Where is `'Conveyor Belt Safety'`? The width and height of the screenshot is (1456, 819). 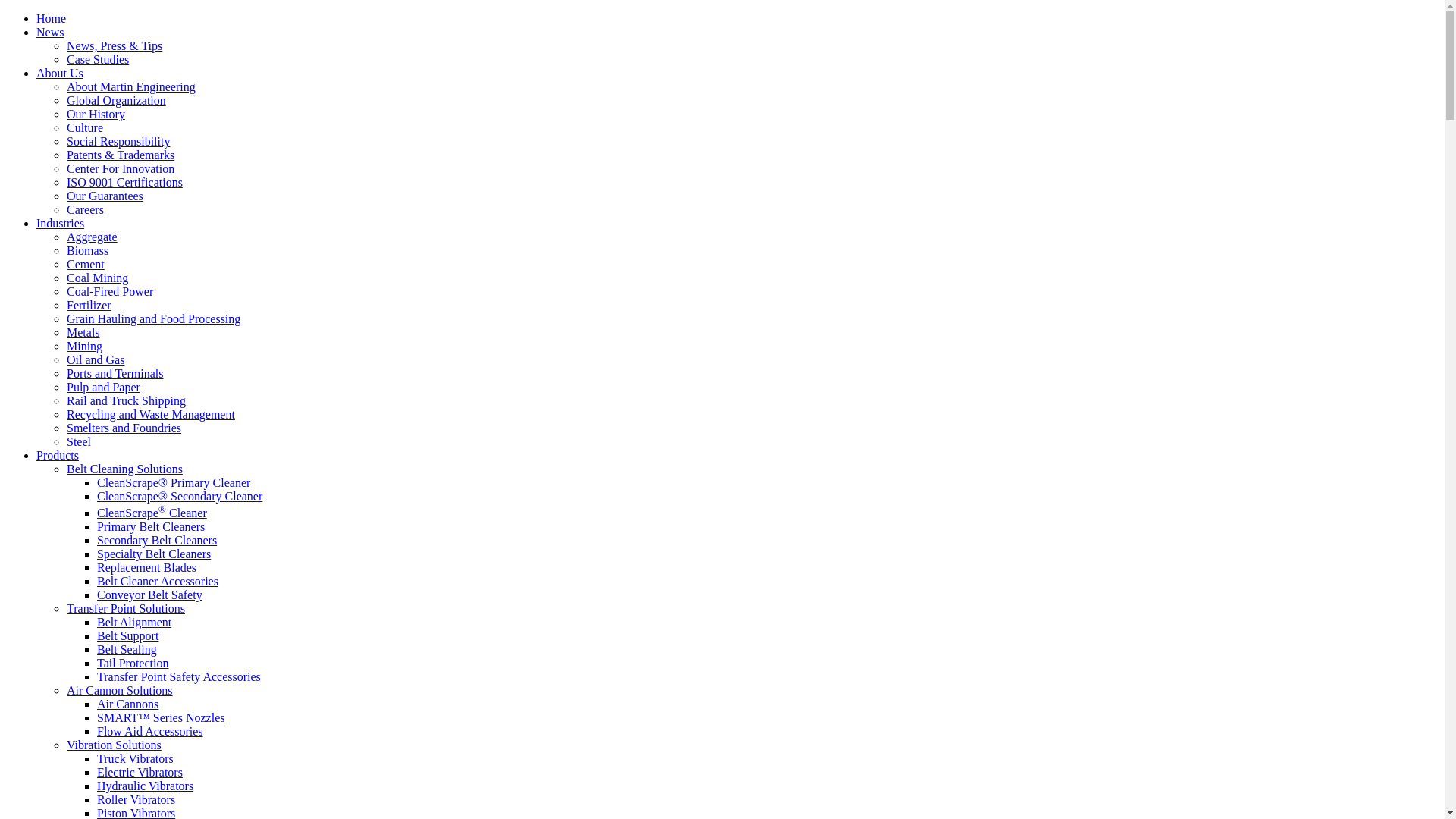 'Conveyor Belt Safety' is located at coordinates (149, 594).